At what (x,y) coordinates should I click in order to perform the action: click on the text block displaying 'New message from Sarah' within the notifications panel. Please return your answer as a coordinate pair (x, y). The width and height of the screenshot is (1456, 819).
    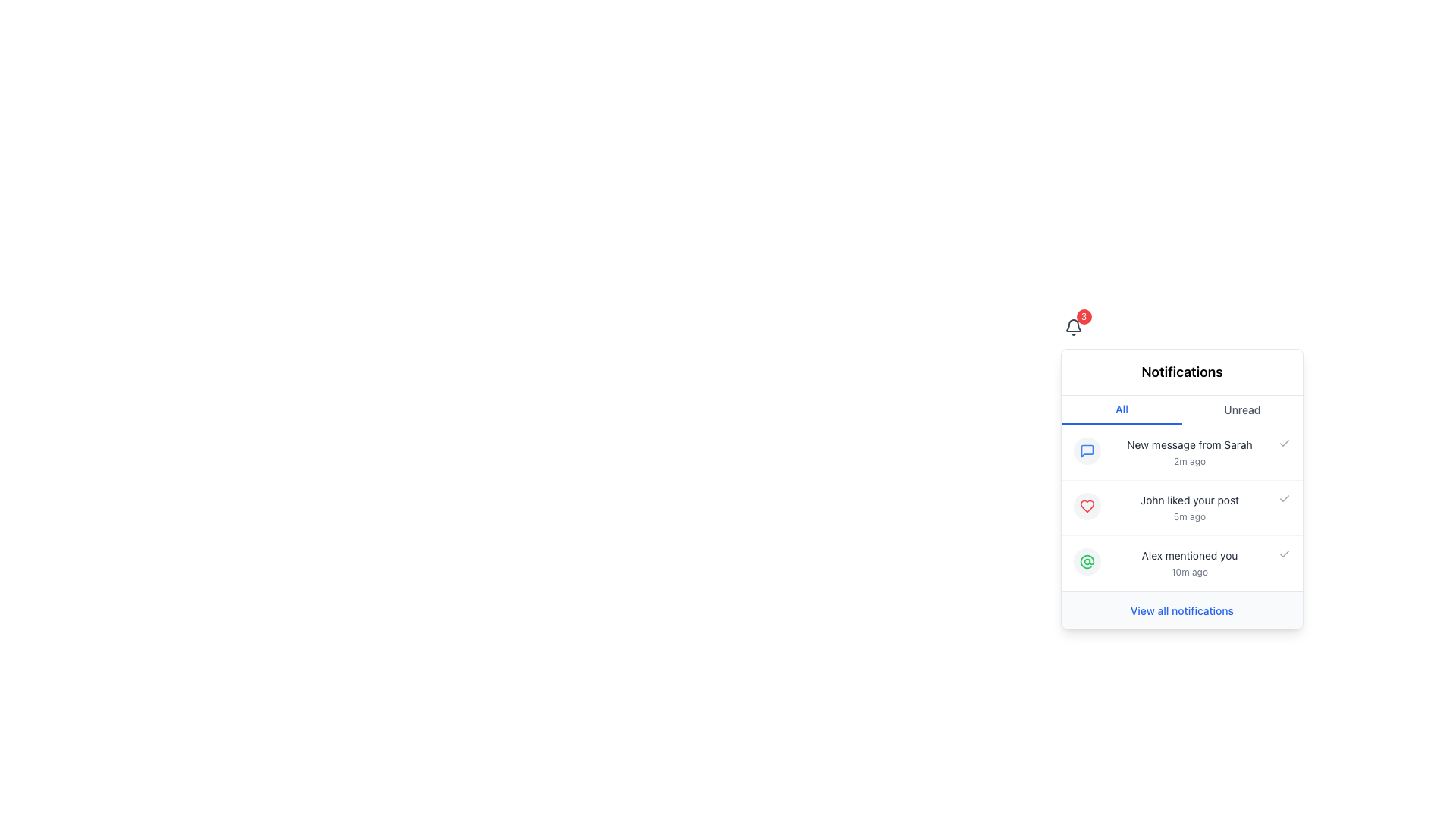
    Looking at the image, I should click on (1189, 452).